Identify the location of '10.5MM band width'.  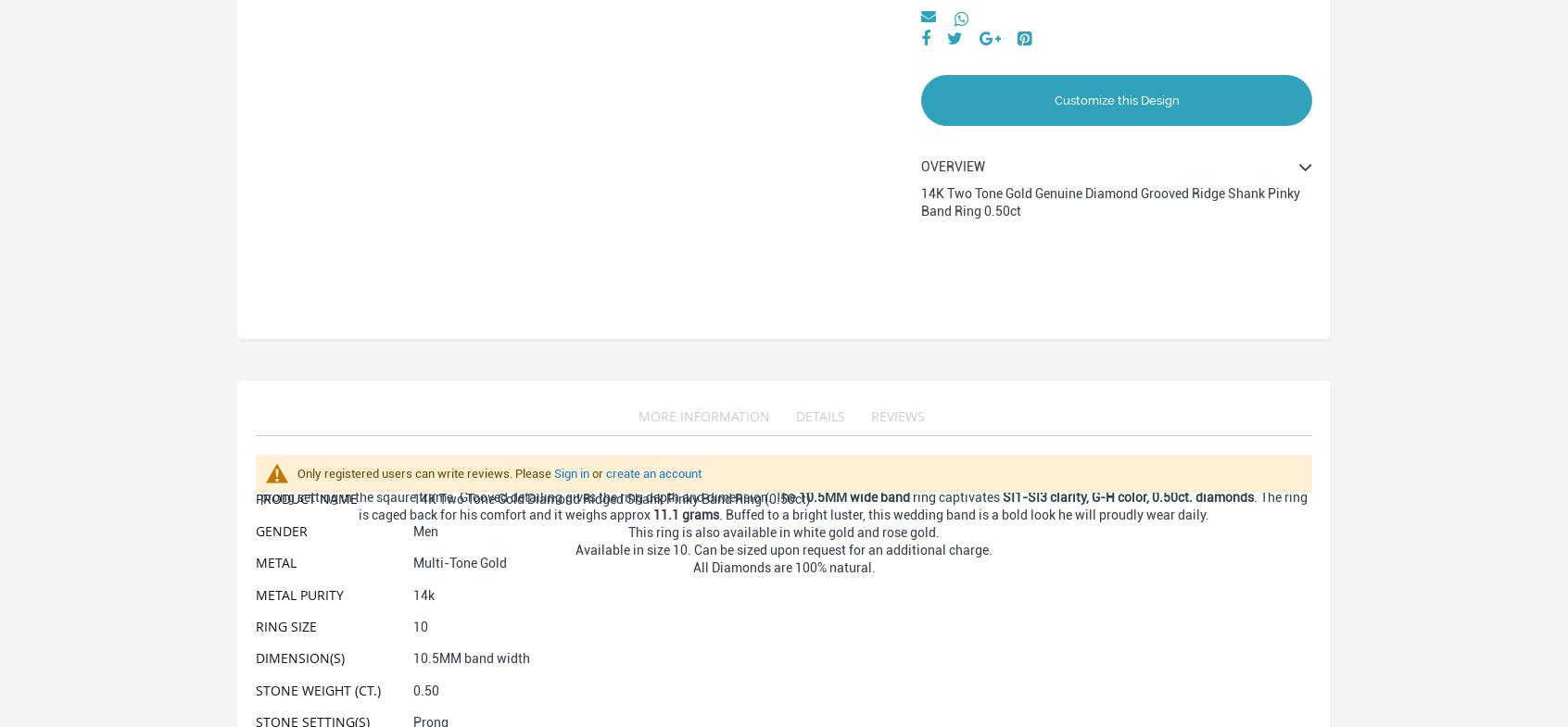
(471, 658).